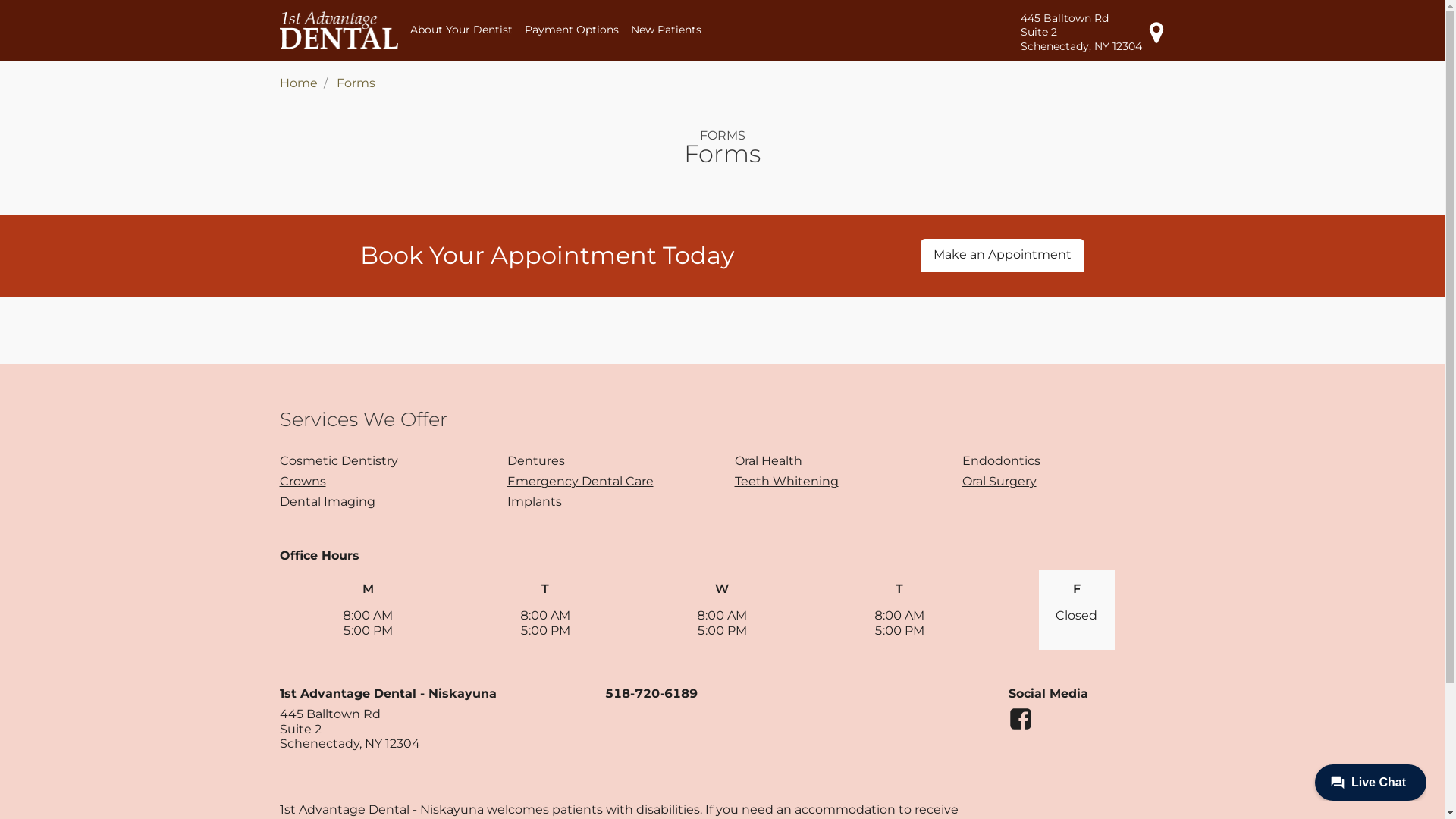 The width and height of the screenshot is (1456, 819). What do you see at coordinates (326, 501) in the screenshot?
I see `'Dental Imaging'` at bounding box center [326, 501].